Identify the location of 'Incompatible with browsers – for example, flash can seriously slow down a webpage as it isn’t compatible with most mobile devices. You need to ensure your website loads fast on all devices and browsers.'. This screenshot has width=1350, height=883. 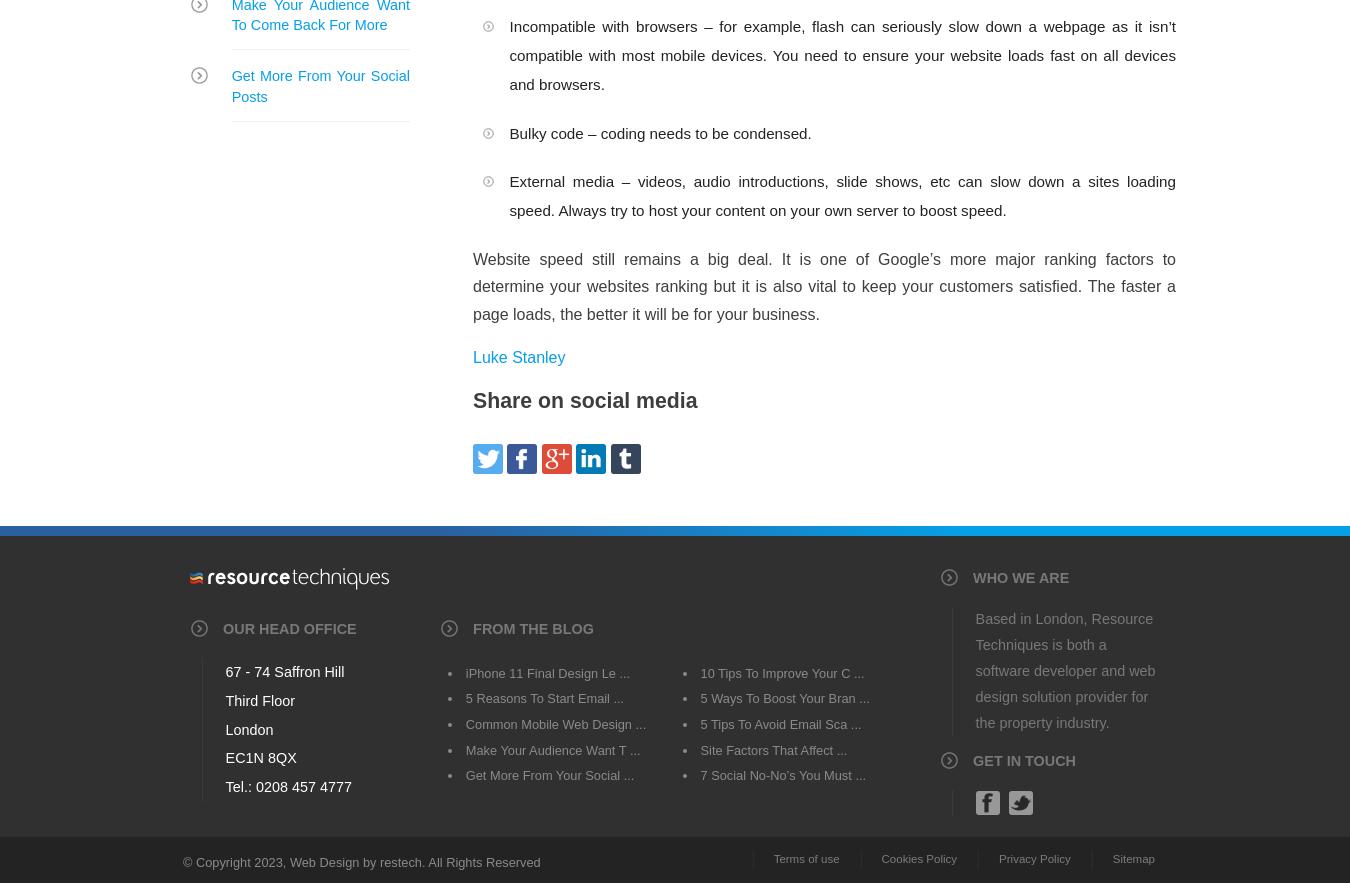
(842, 53).